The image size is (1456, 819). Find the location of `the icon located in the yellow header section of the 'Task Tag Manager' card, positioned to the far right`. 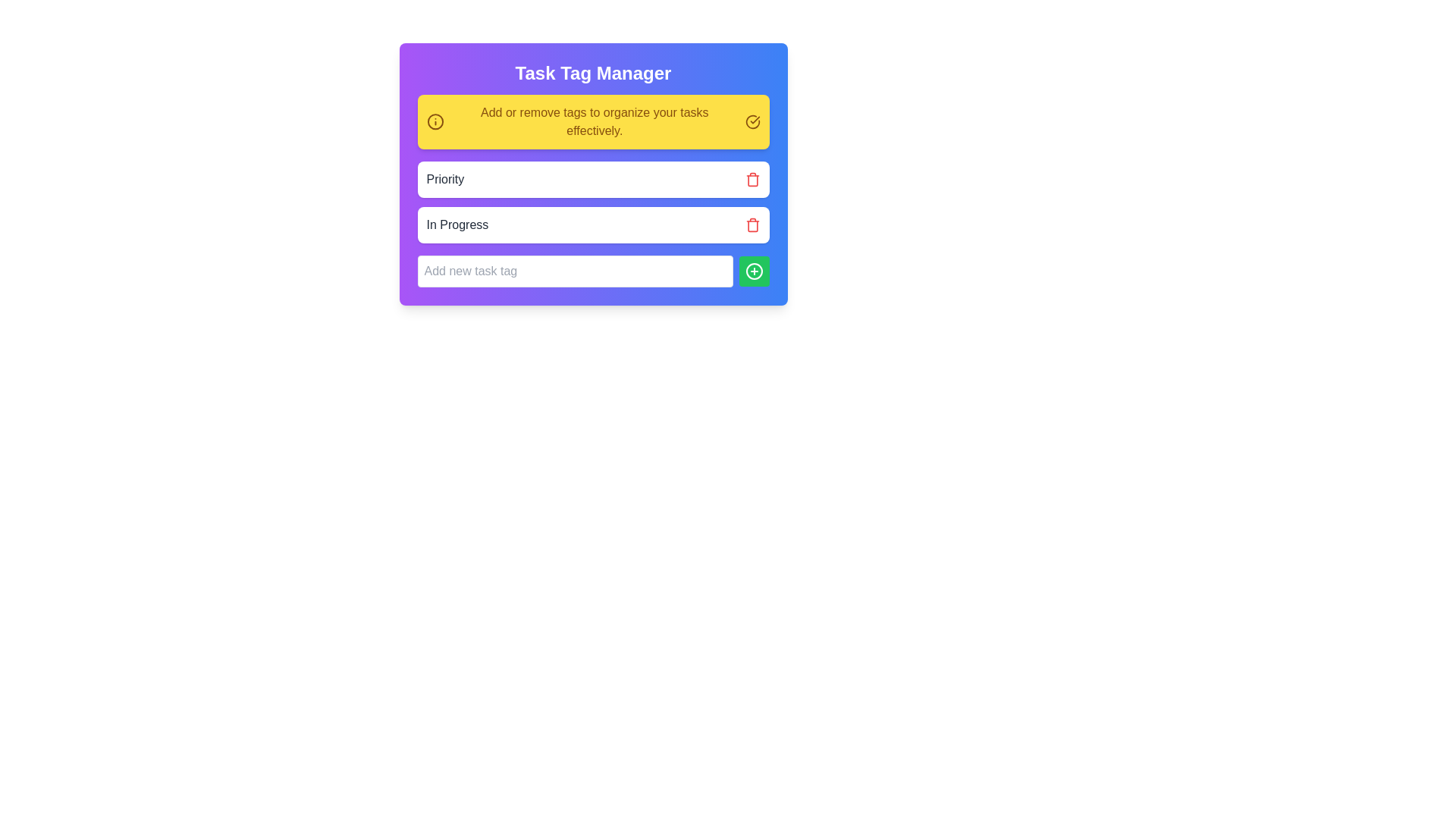

the icon located in the yellow header section of the 'Task Tag Manager' card, positioned to the far right is located at coordinates (752, 120).